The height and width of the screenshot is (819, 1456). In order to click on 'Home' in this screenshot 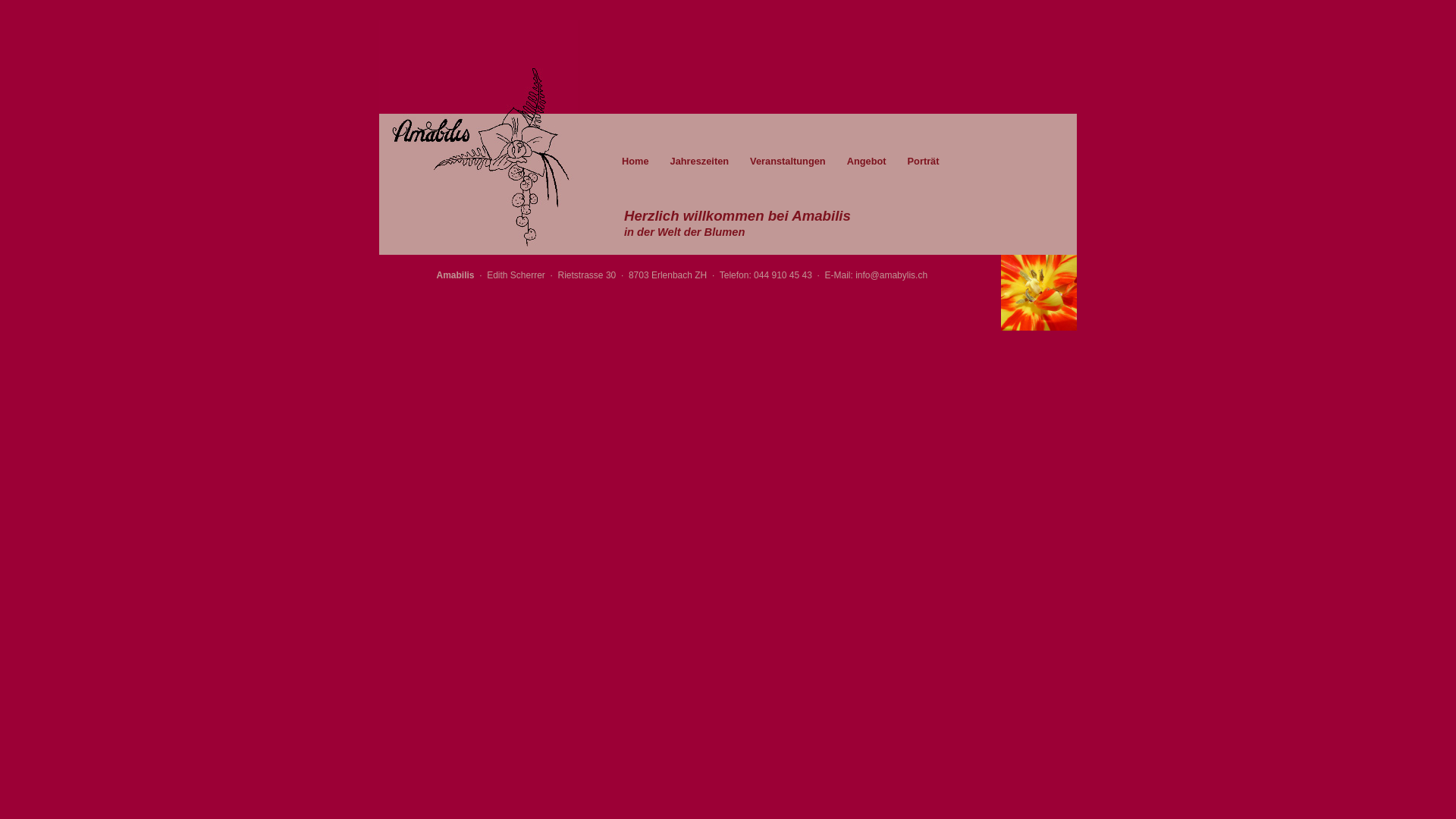, I will do `click(620, 161)`.